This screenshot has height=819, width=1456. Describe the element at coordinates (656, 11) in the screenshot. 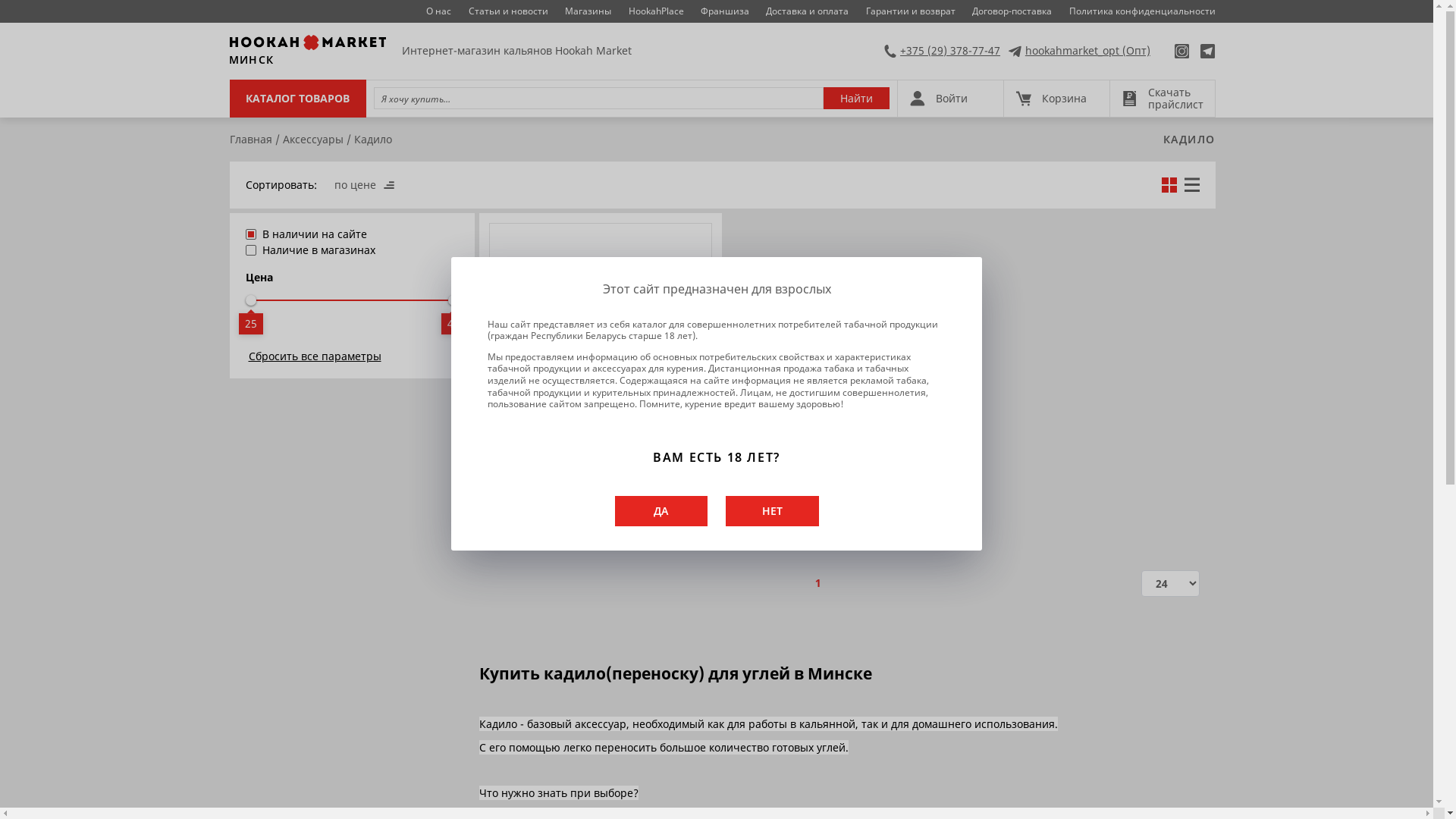

I see `'HookahPlace'` at that location.